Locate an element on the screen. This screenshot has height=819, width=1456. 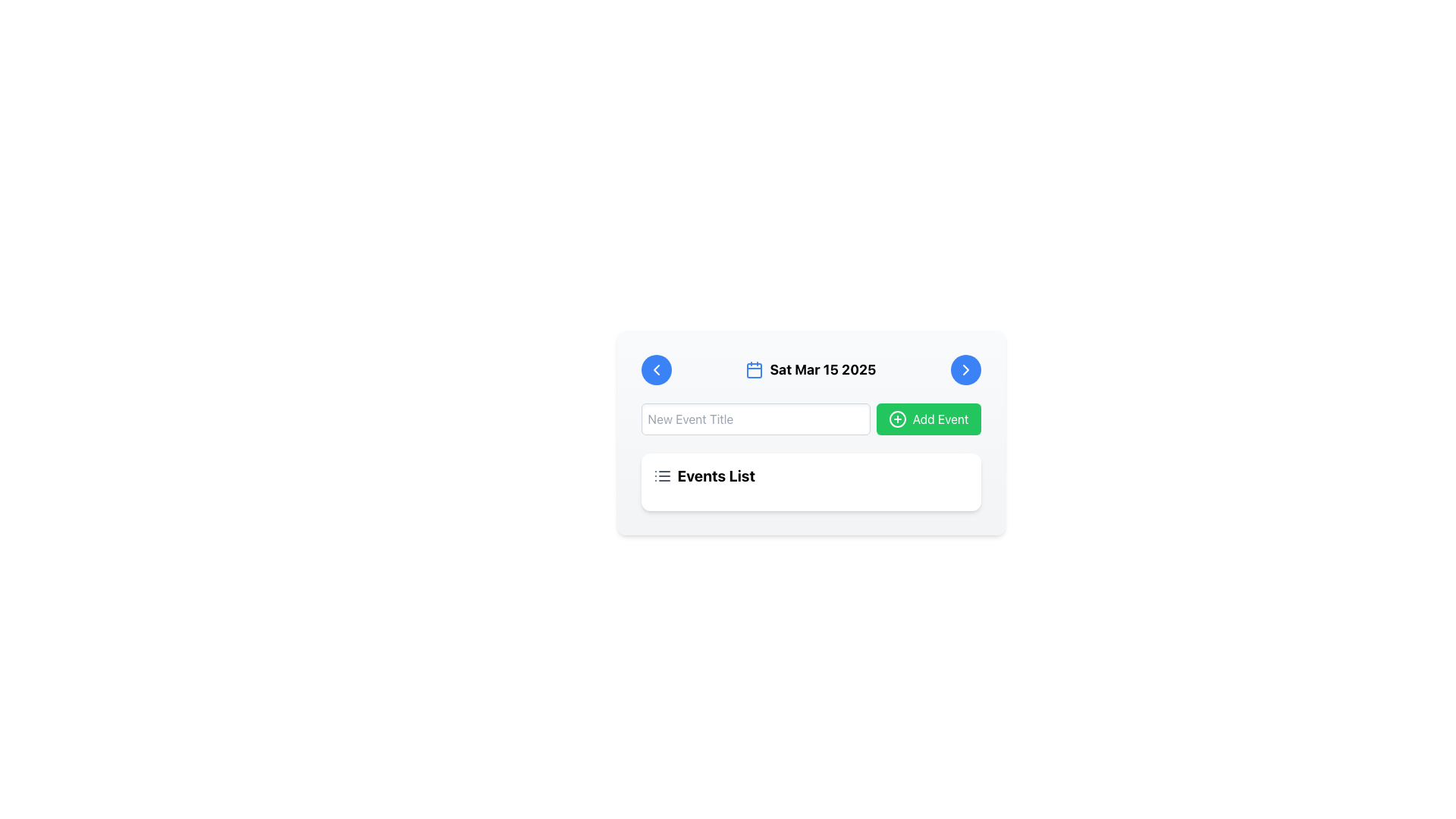
the right-facing chevron icon, which is styled with a thin outline and is located within a small blue circular button on the right side of the top header section of the interface is located at coordinates (965, 370).